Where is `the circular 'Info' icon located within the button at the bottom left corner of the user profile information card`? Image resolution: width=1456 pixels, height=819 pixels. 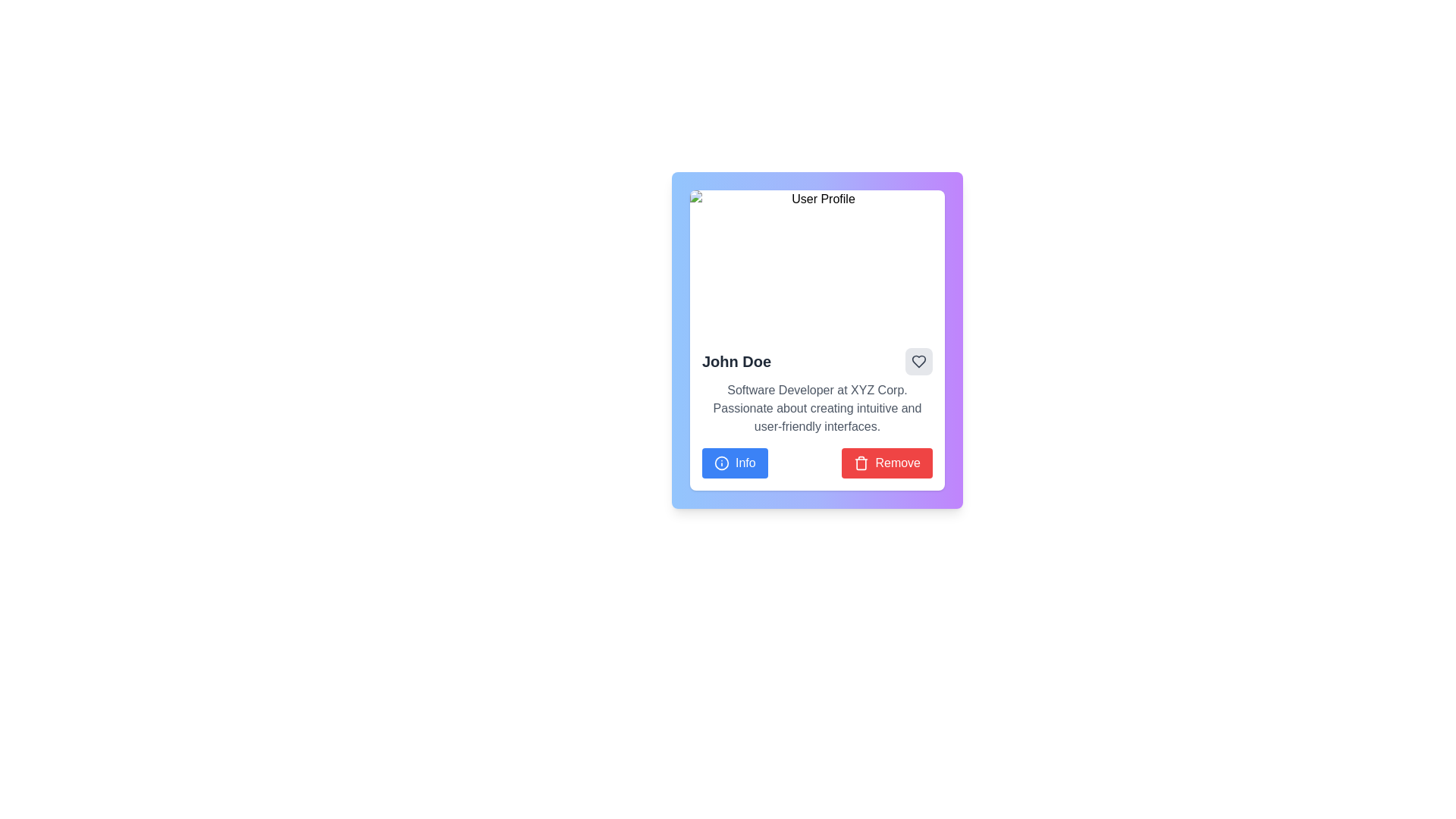
the circular 'Info' icon located within the button at the bottom left corner of the user profile information card is located at coordinates (720, 462).